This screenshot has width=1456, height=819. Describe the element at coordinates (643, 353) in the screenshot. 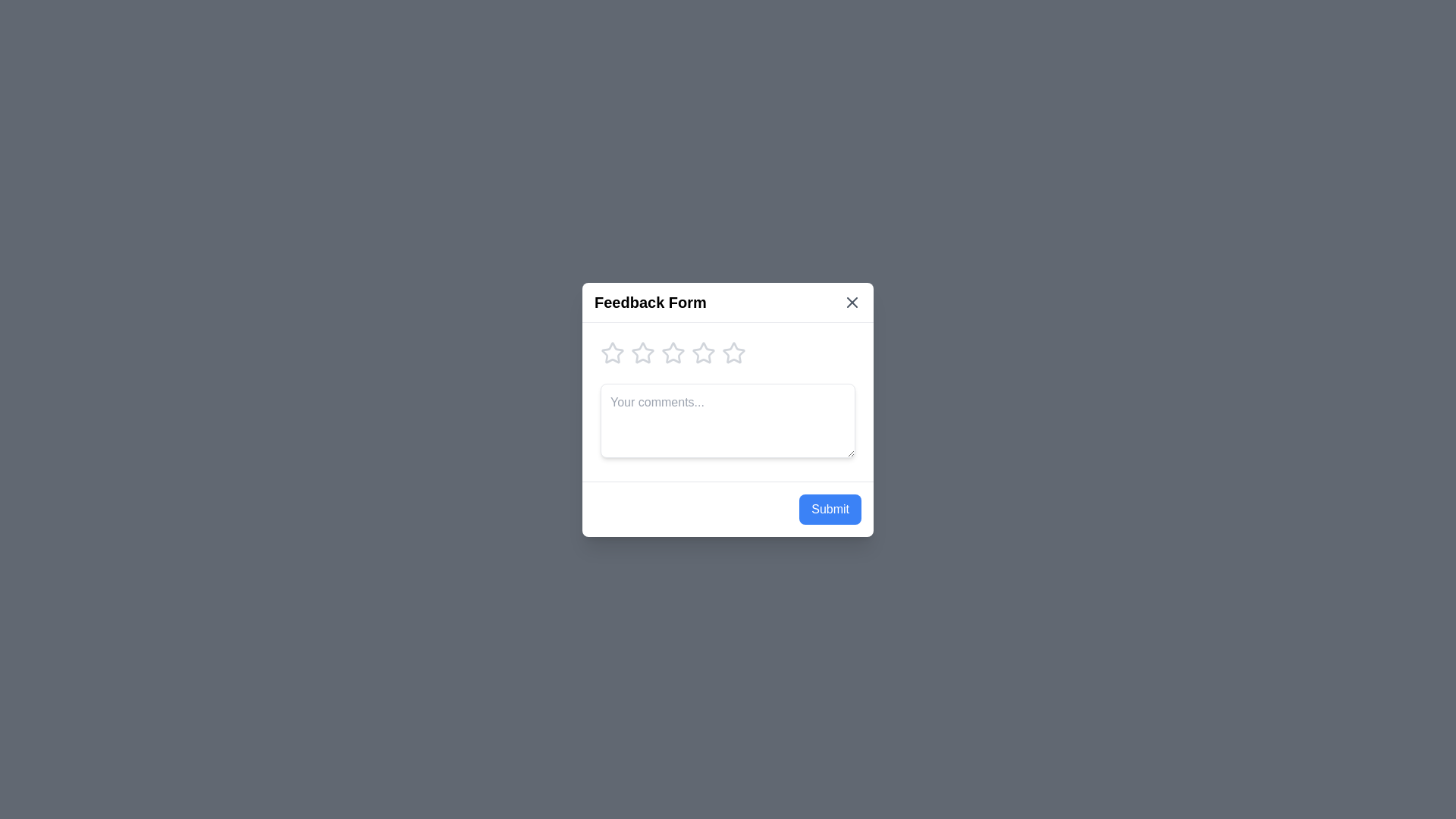

I see `the star corresponding to the desired rating of 2` at that location.